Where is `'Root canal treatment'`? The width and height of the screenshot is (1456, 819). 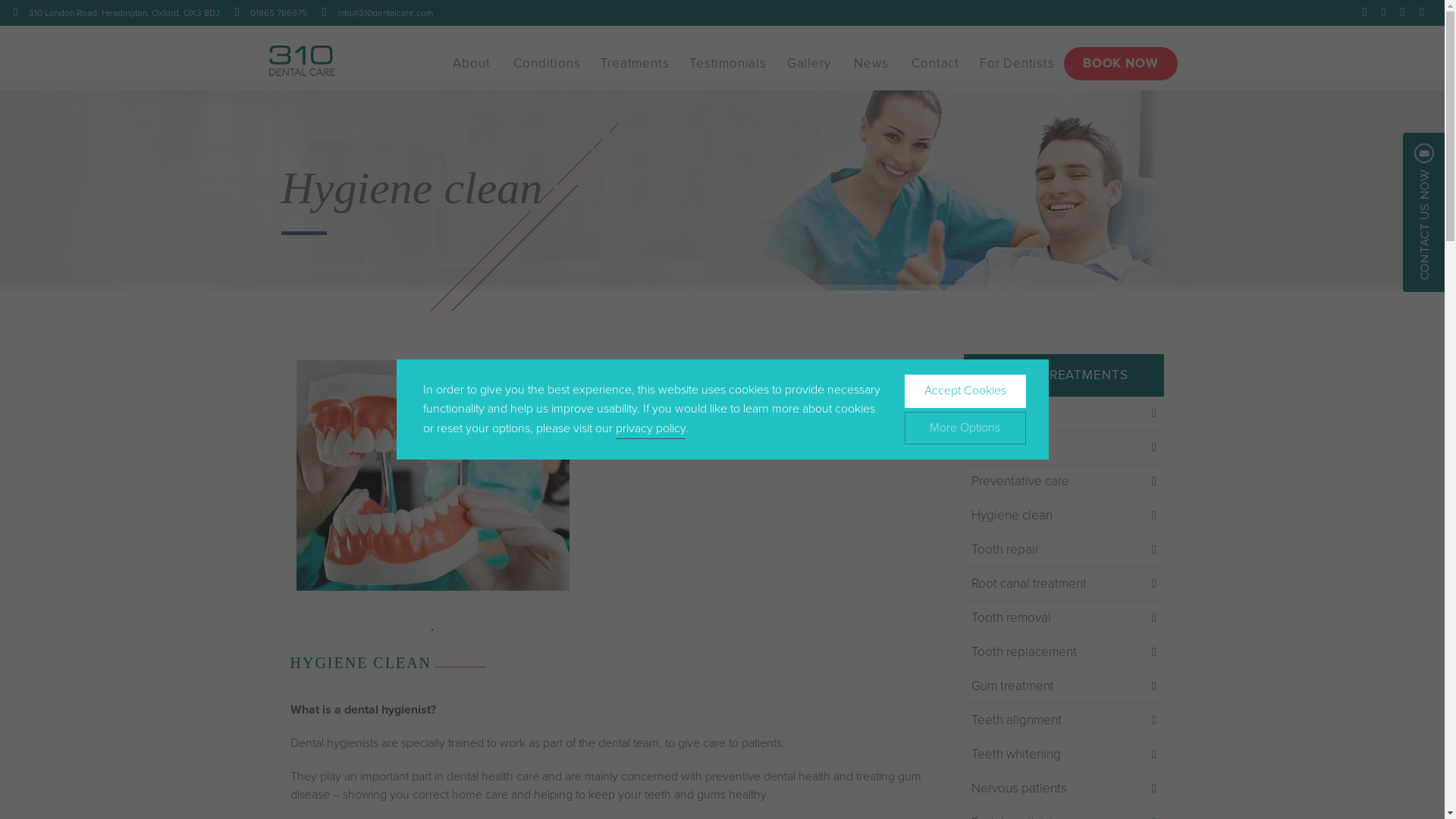 'Root canal treatment' is located at coordinates (1062, 583).